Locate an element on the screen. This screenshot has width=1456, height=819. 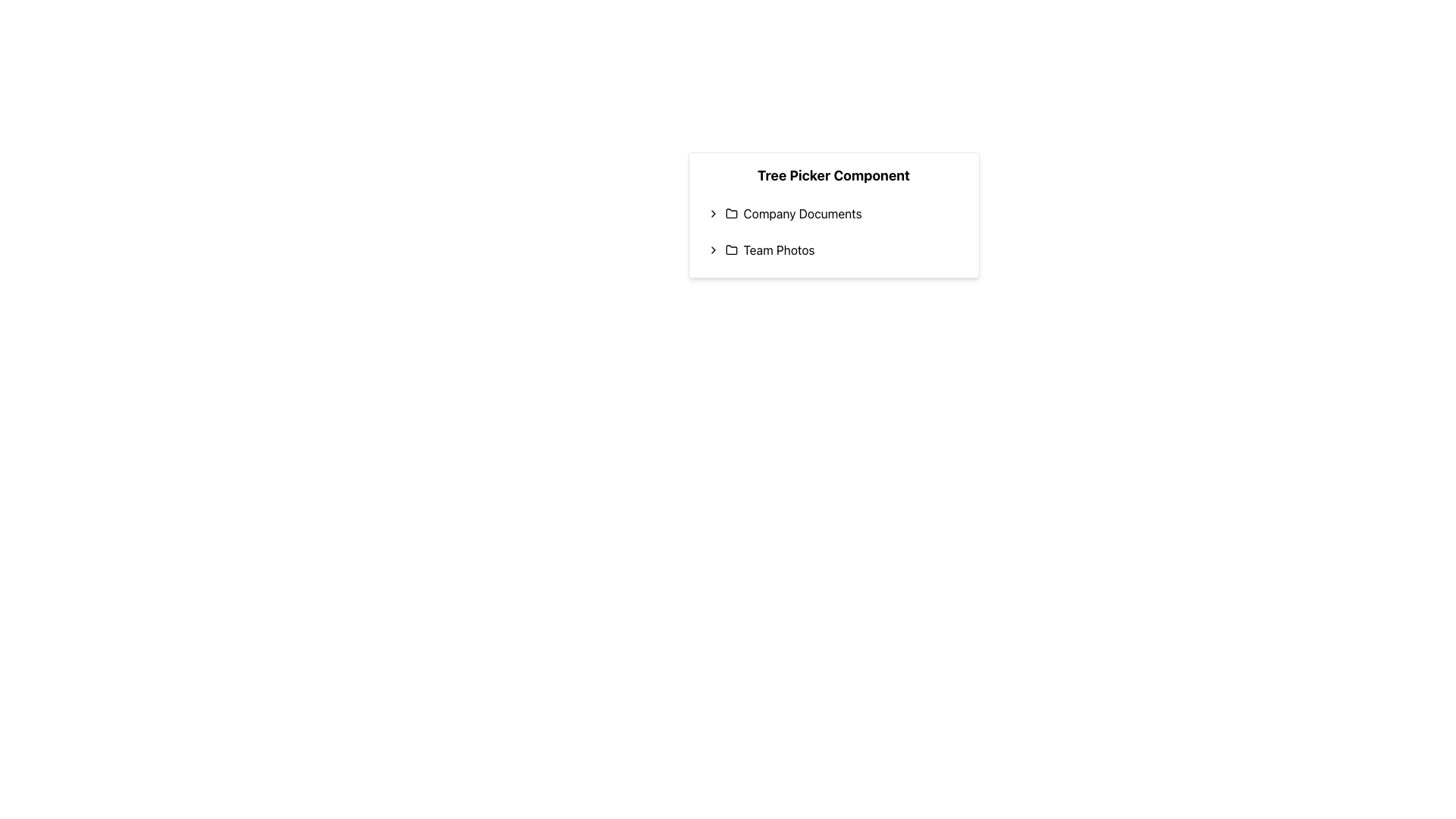
the folder icon in the 'Company Documents' section, which is positioned immediately to the right of the chevron icon and is part of a clickable group is located at coordinates (731, 213).